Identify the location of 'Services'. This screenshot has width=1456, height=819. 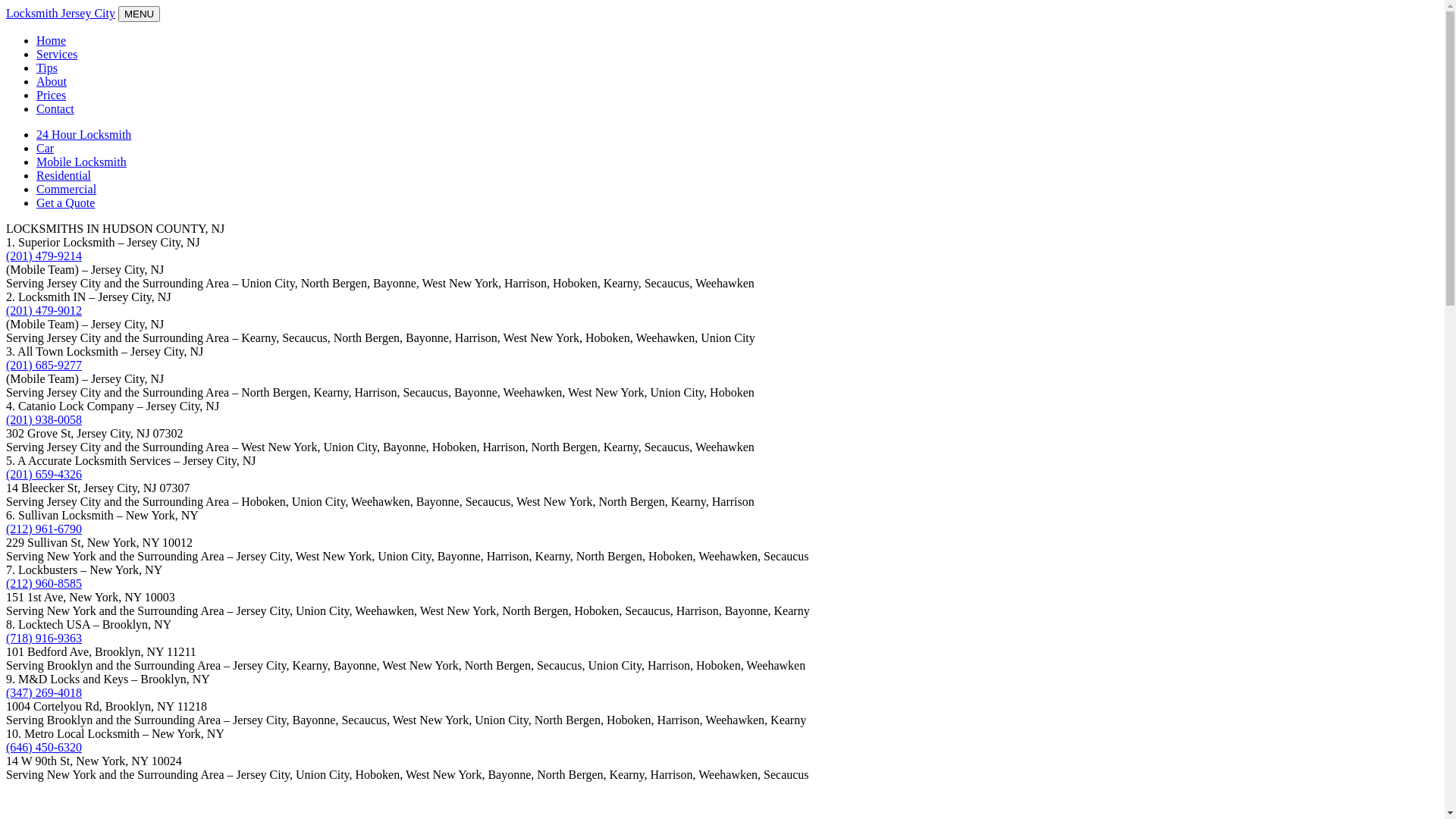
(57, 53).